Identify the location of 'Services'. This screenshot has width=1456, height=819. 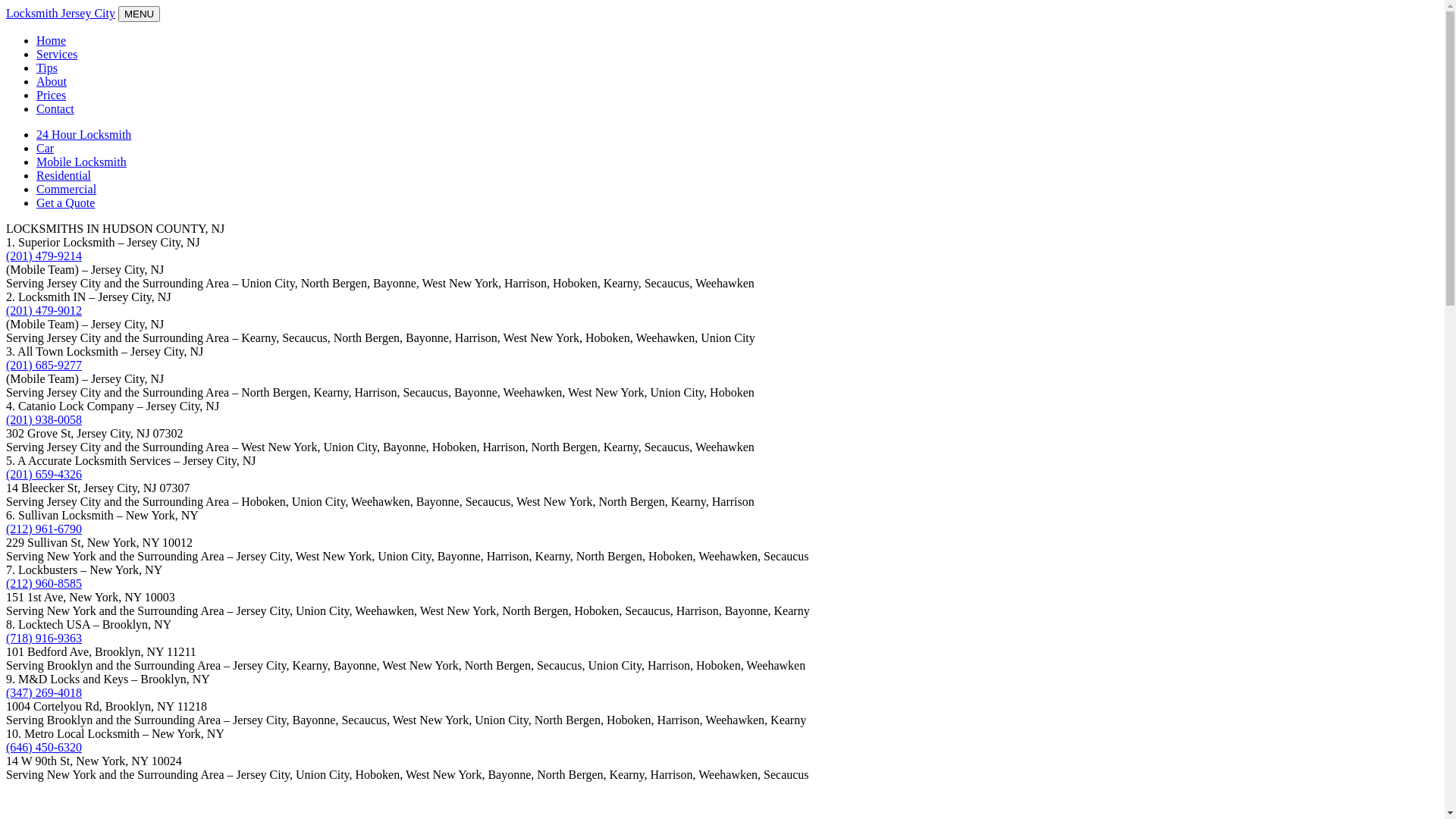
(57, 53).